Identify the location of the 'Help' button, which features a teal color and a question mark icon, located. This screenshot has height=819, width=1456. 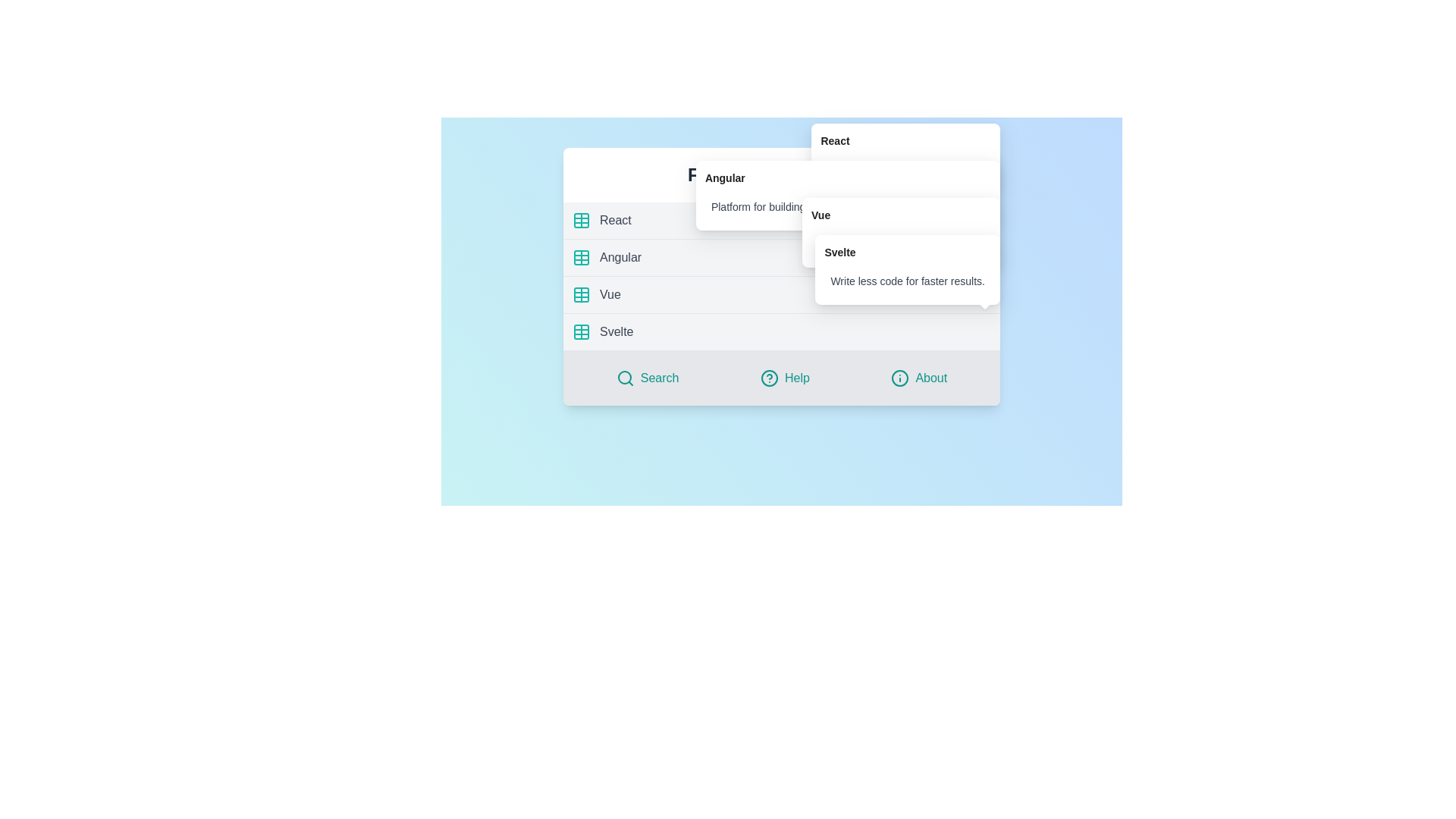
(785, 377).